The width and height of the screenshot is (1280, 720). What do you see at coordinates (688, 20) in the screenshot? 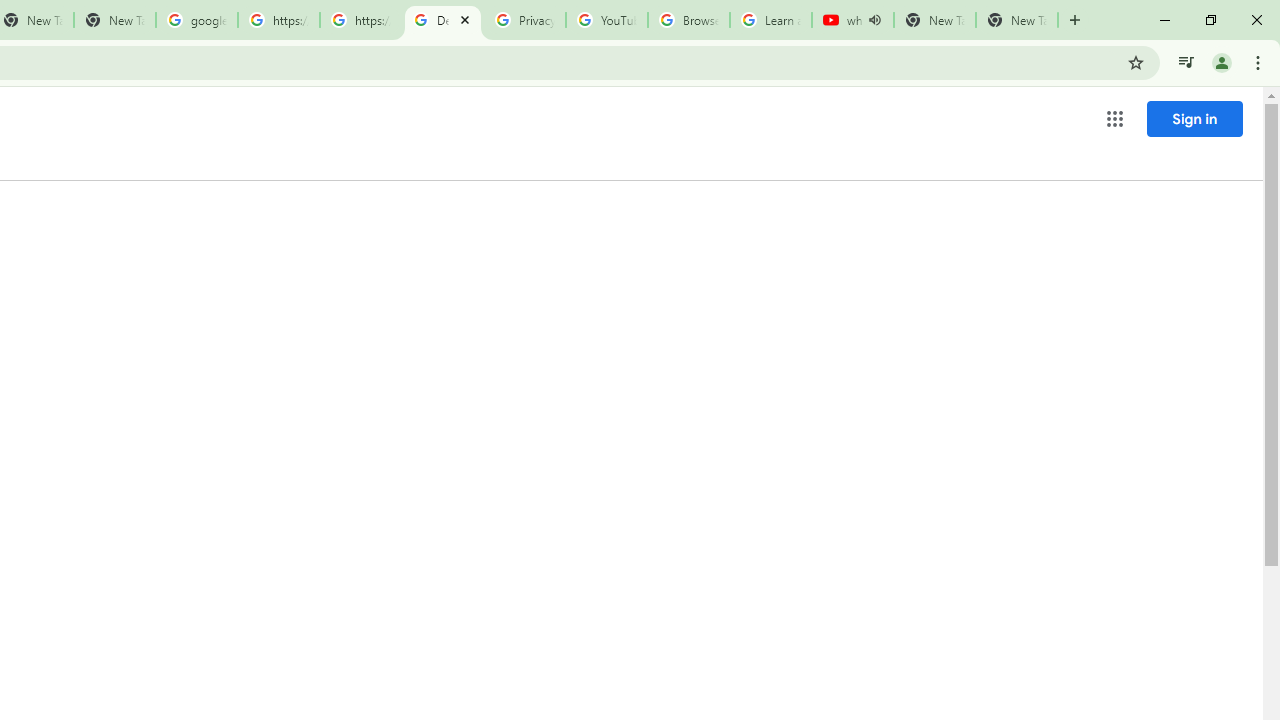
I see `'Browse Chrome as a guest - Computer - Google Chrome Help'` at bounding box center [688, 20].